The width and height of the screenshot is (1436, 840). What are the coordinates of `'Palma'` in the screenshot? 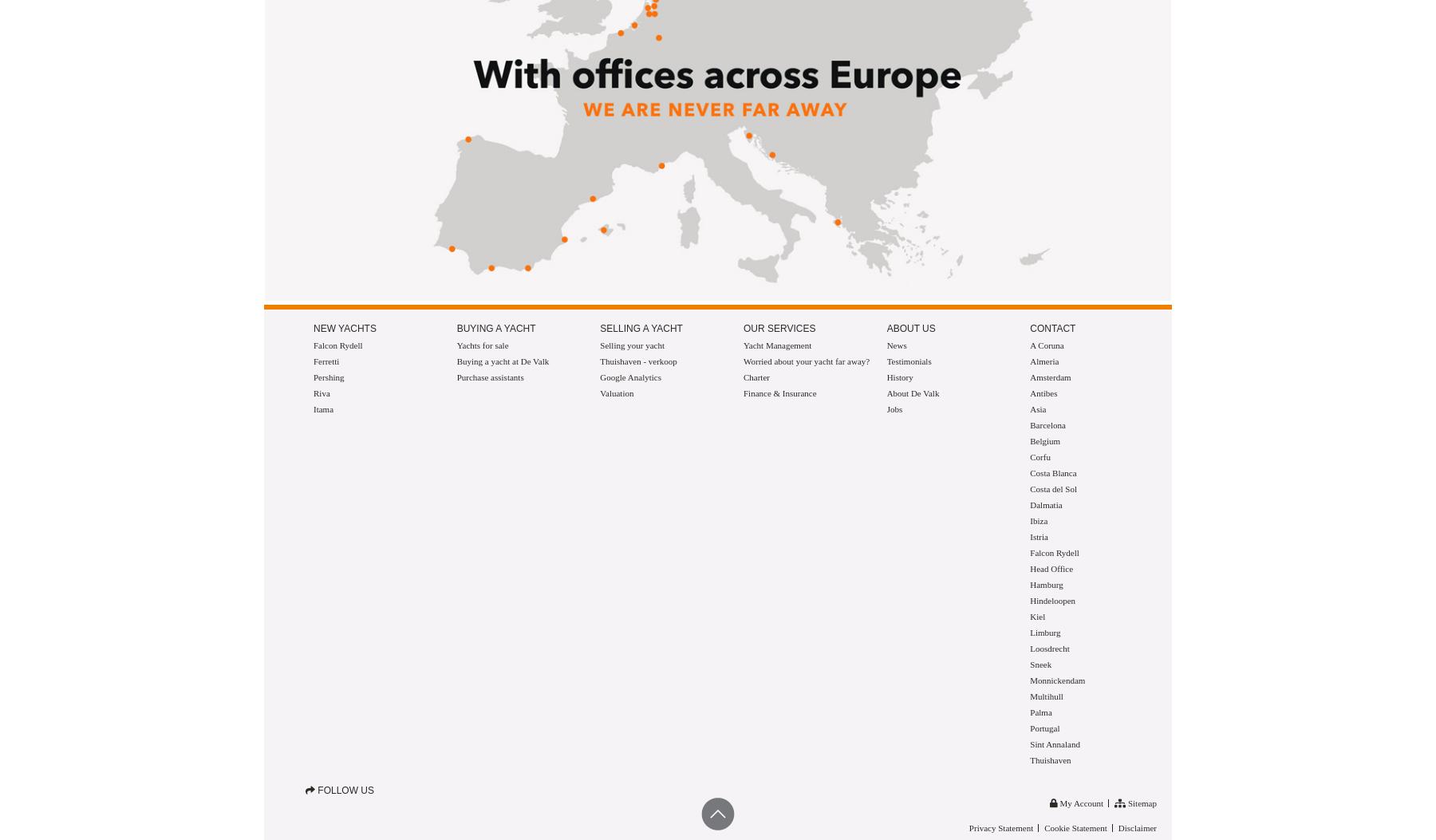 It's located at (1040, 712).